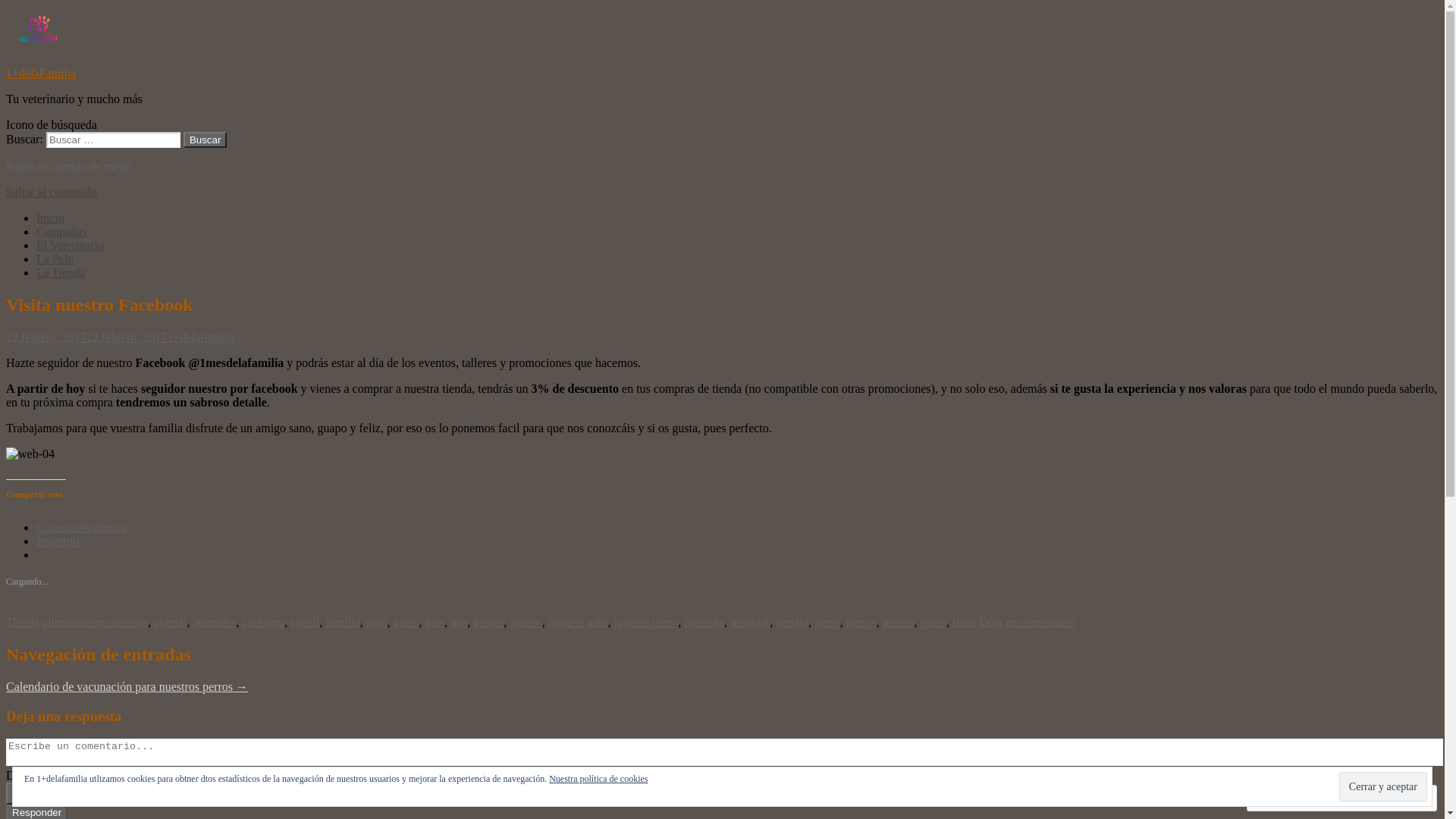 The height and width of the screenshot is (819, 1456). I want to click on 'El Veterinario', so click(36, 244).